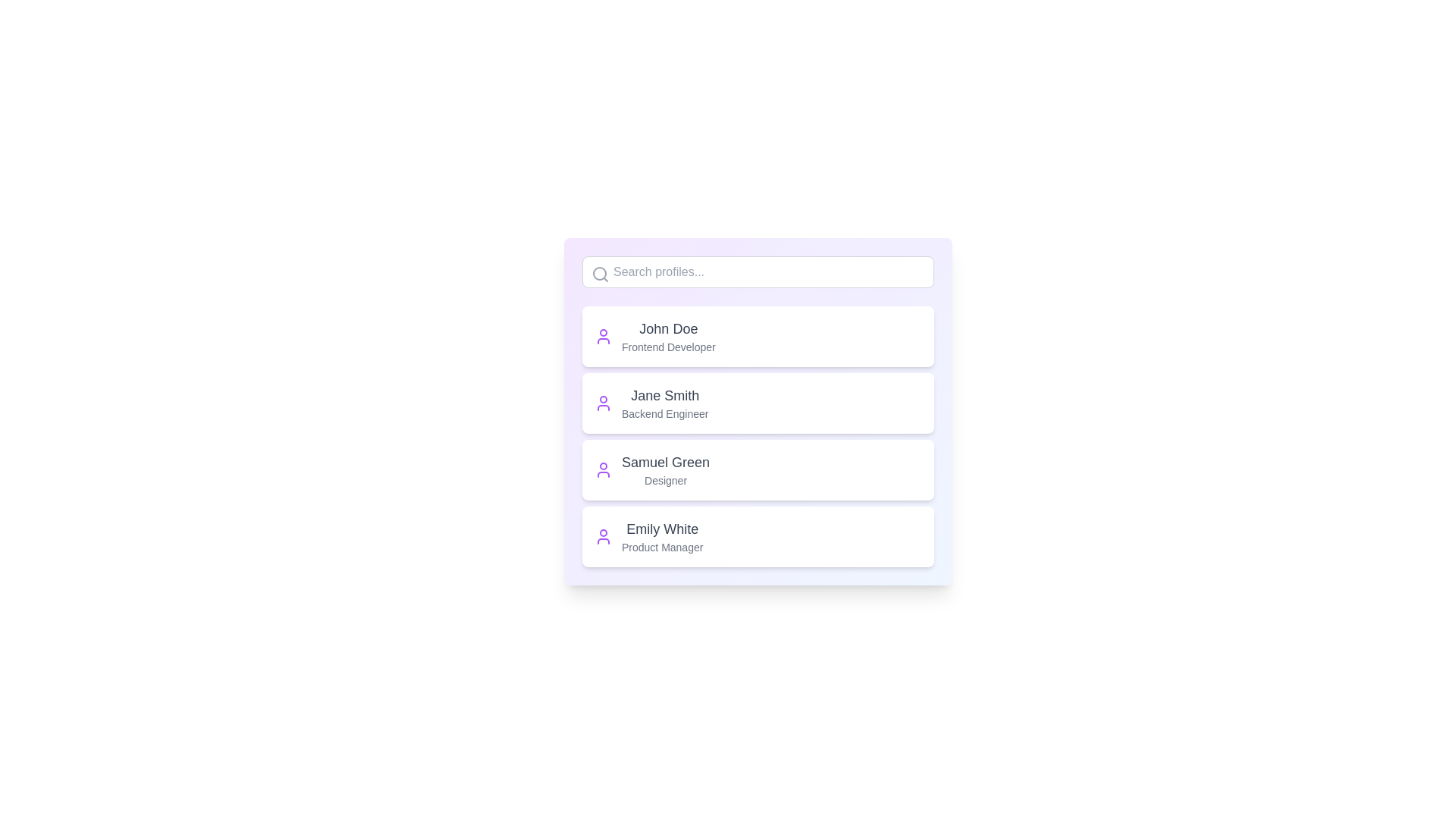 The image size is (1456, 819). Describe the element at coordinates (665, 414) in the screenshot. I see `'Backend Engineer' text label located below the 'Jane Smith' text in the second profile card from the top in the list of profiles` at that location.